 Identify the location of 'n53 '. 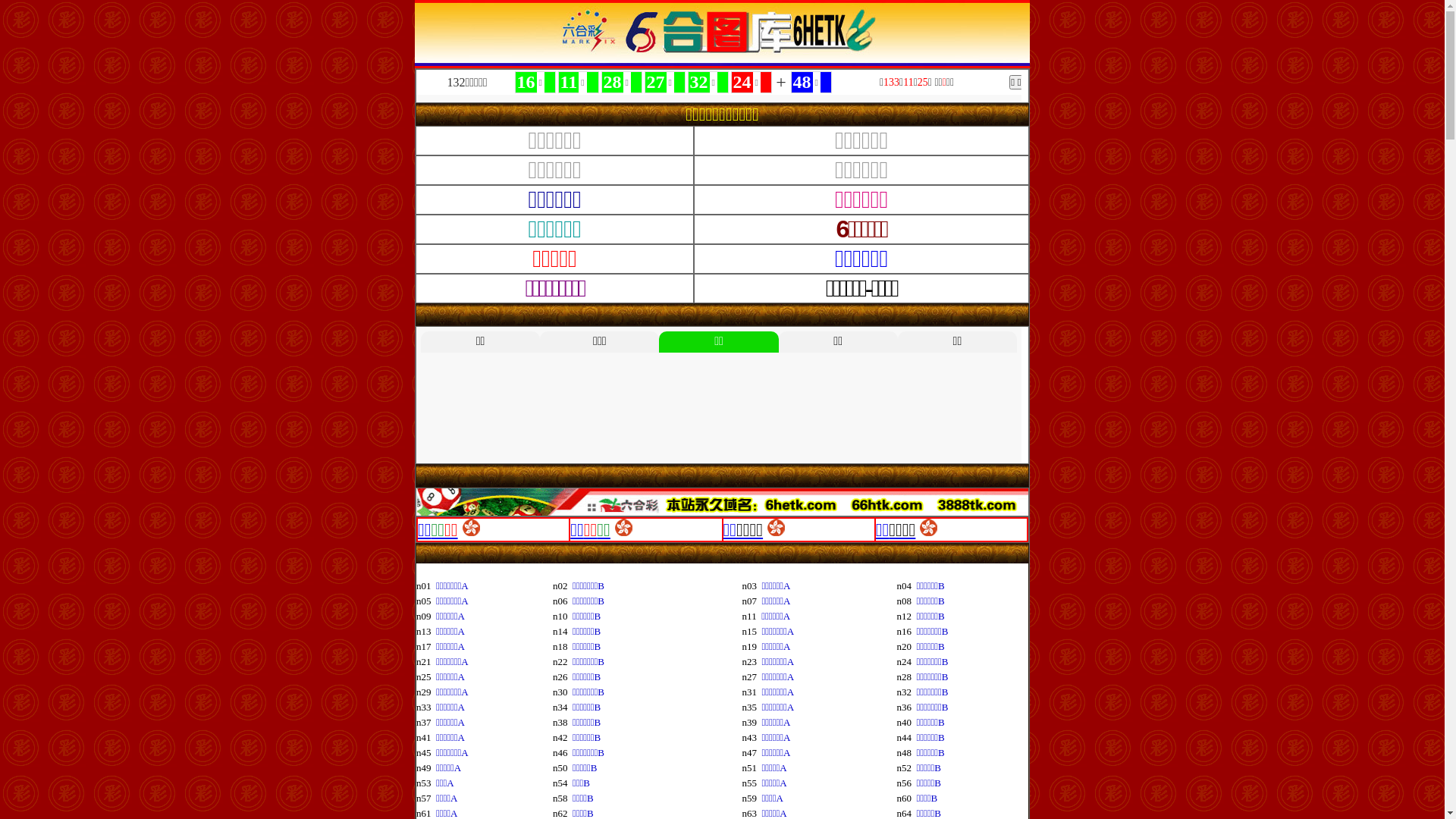
(425, 783).